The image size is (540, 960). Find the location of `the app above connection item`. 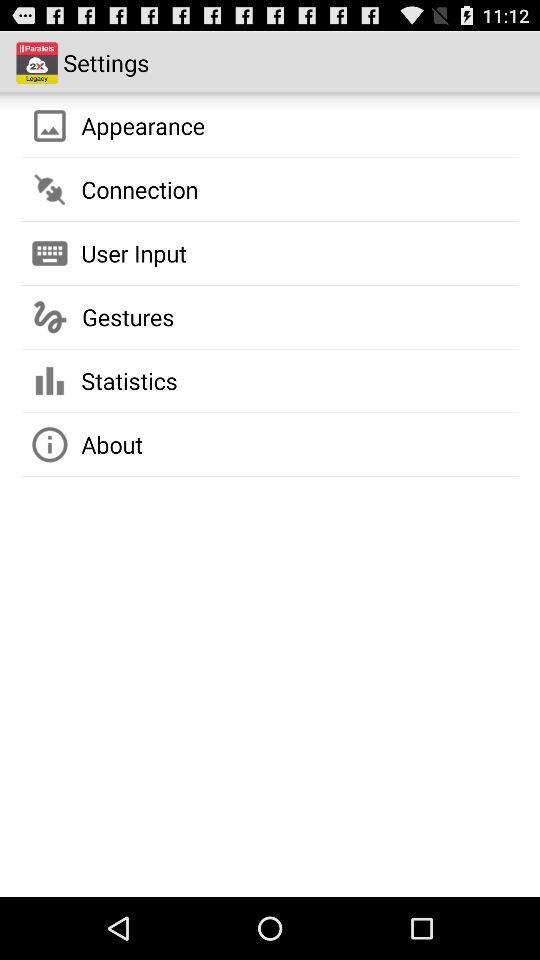

the app above connection item is located at coordinates (142, 124).